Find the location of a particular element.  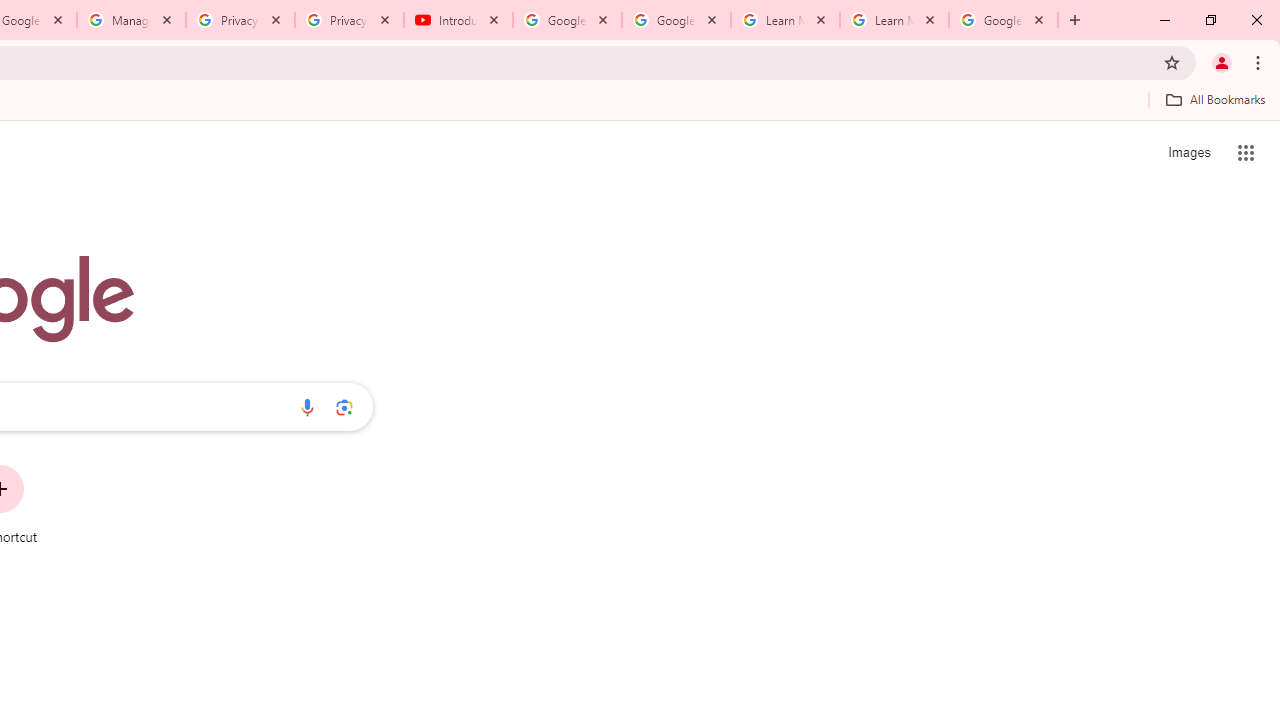

'Search for Images ' is located at coordinates (1189, 152).